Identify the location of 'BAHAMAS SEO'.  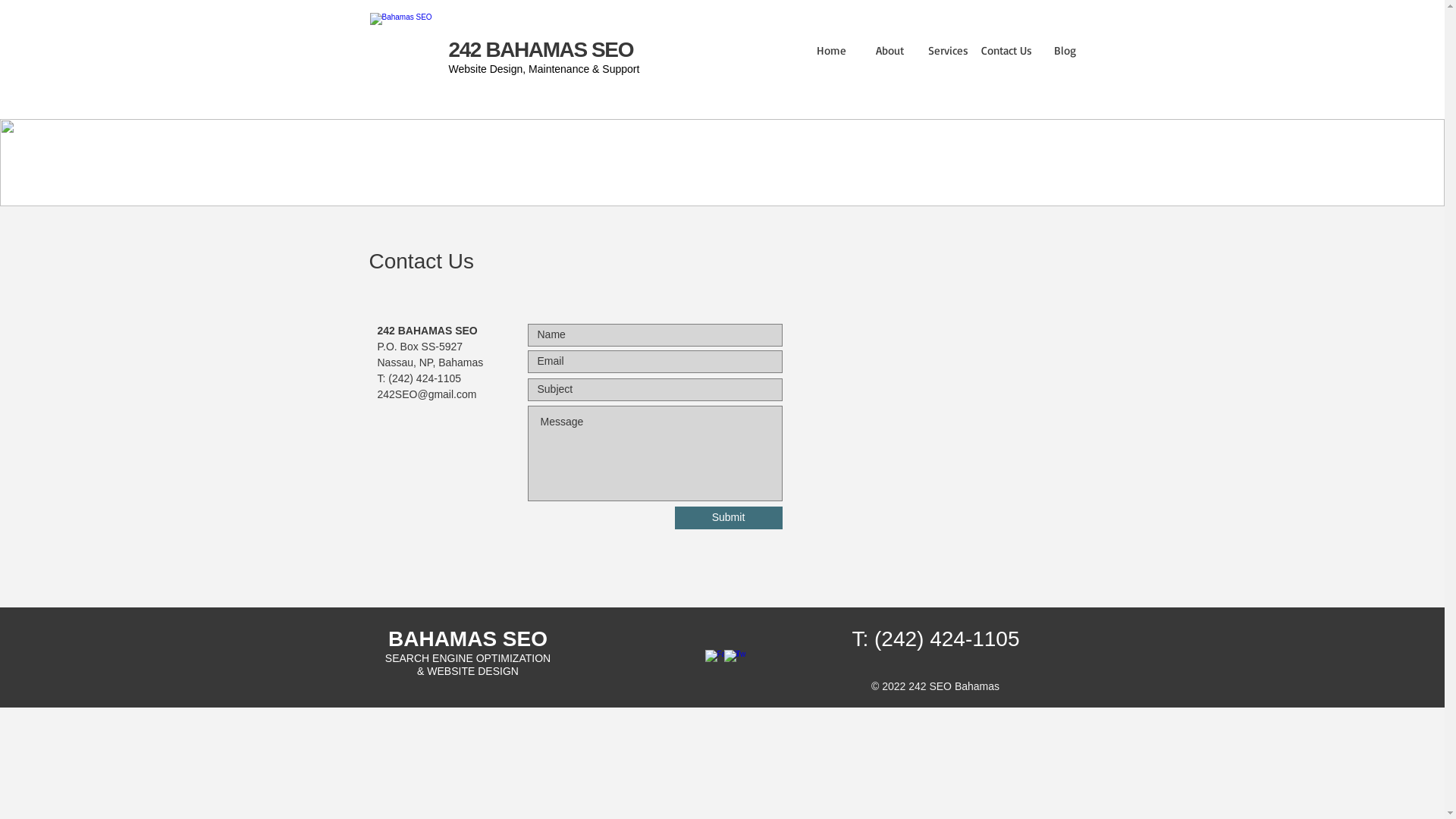
(388, 639).